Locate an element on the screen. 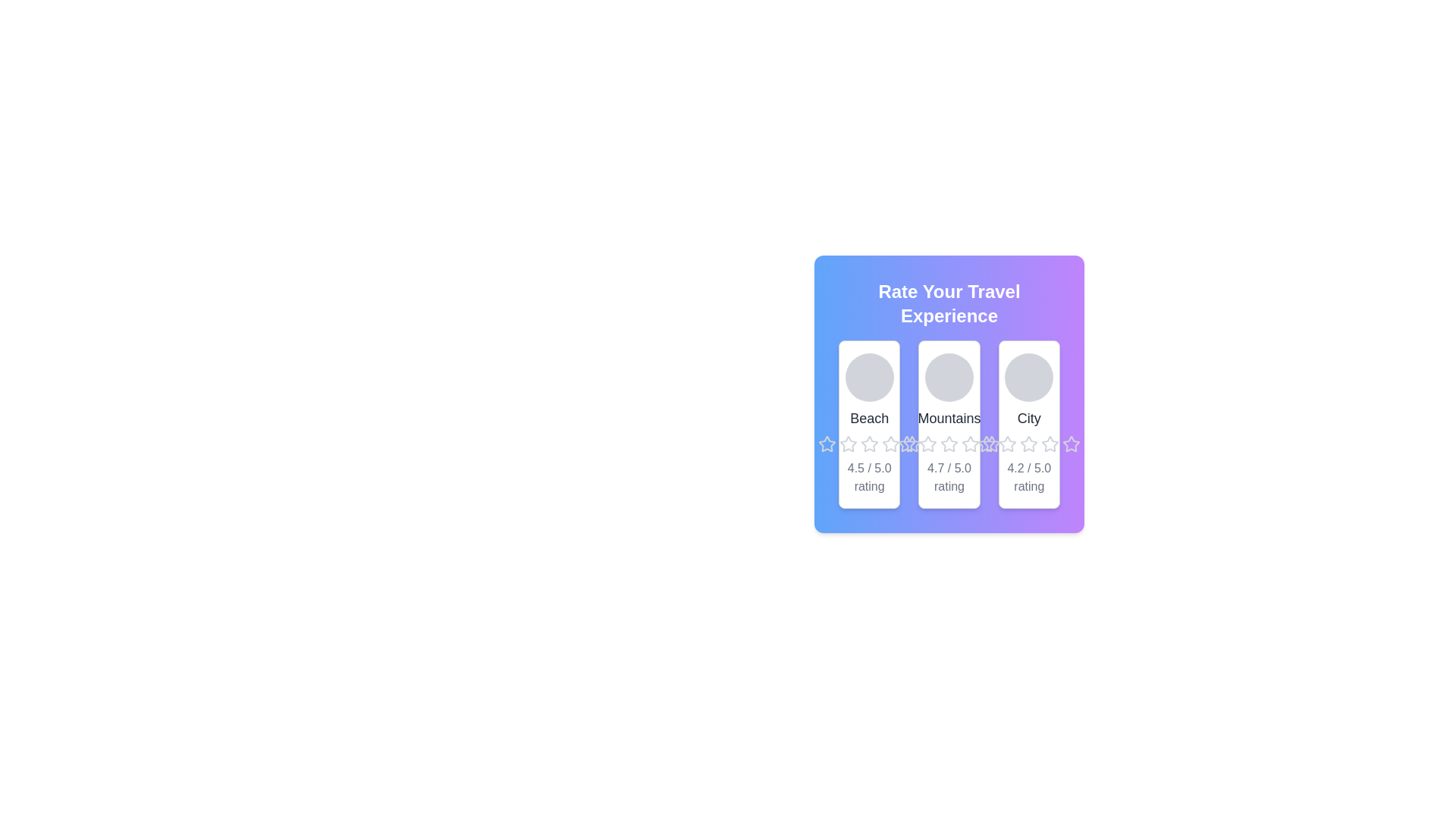 Image resolution: width=1456 pixels, height=819 pixels. the fourth star icon in the rating system for the 'Mountains' experience, located beneath the 'Rate Your Travel Experience' title is located at coordinates (949, 444).